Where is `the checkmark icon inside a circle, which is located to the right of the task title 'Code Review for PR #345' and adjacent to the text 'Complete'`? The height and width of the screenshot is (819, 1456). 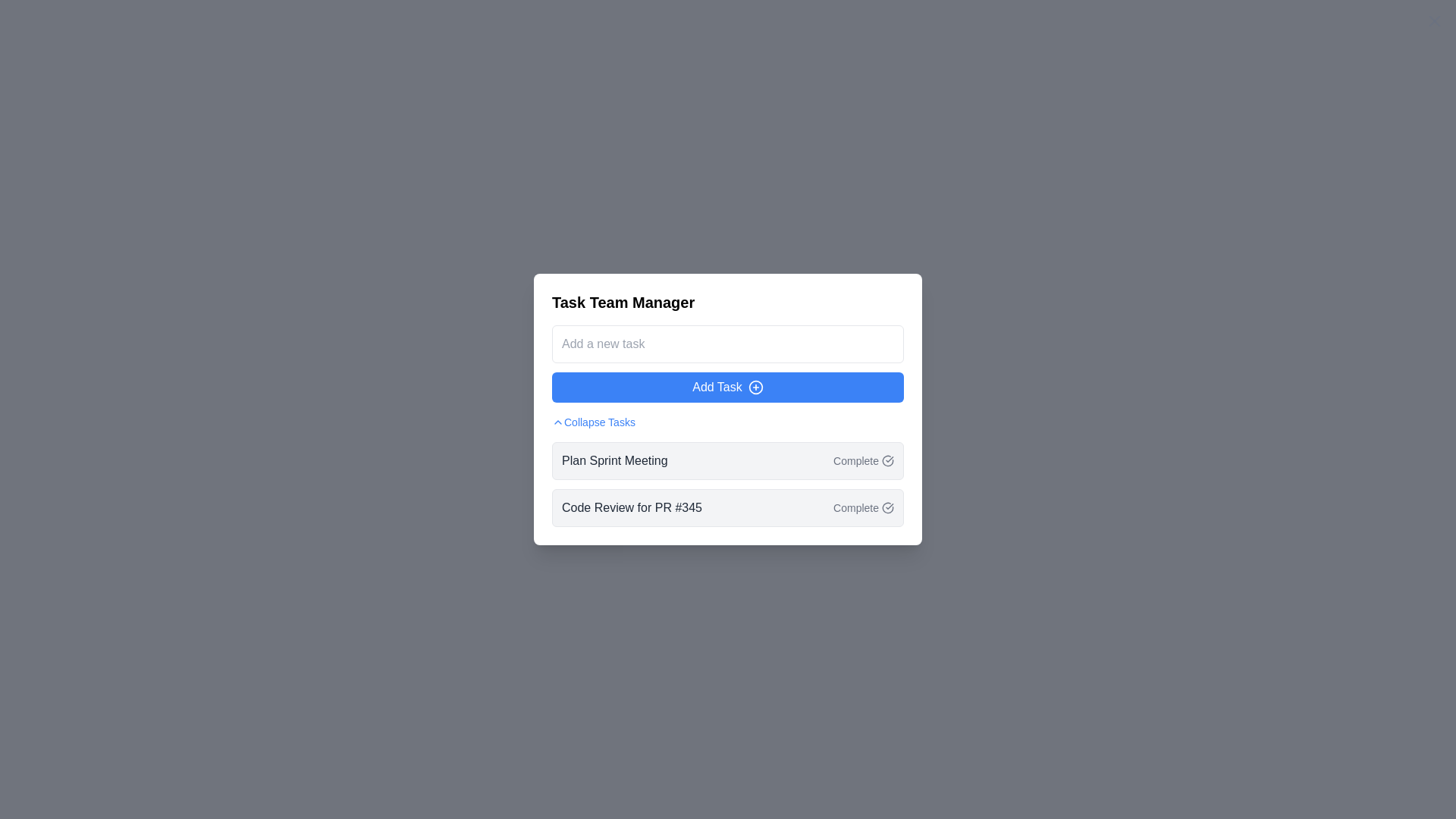 the checkmark icon inside a circle, which is located to the right of the task title 'Code Review for PR #345' and adjacent to the text 'Complete' is located at coordinates (888, 508).